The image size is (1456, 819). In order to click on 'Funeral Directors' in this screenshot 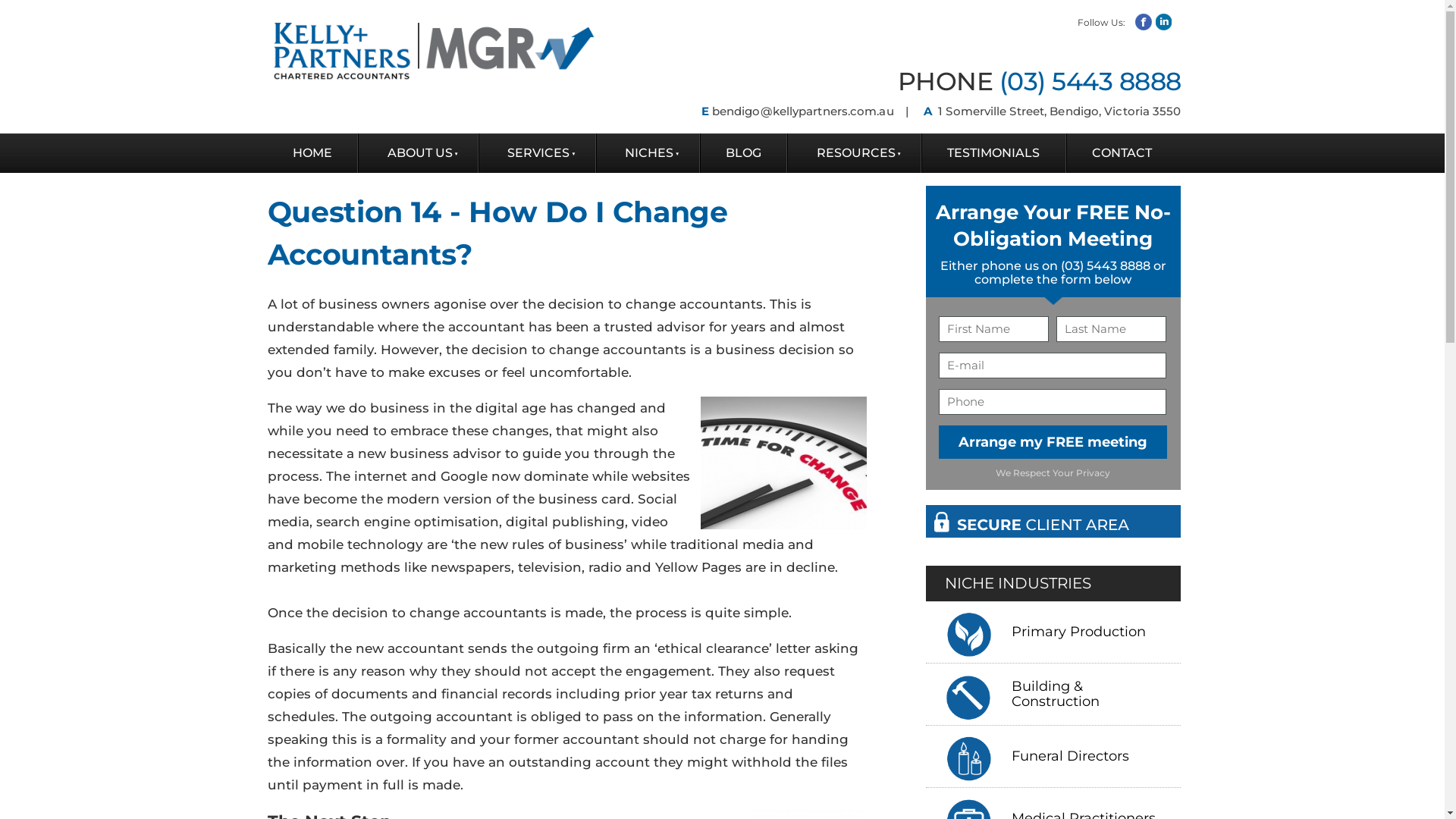, I will do `click(1073, 756)`.